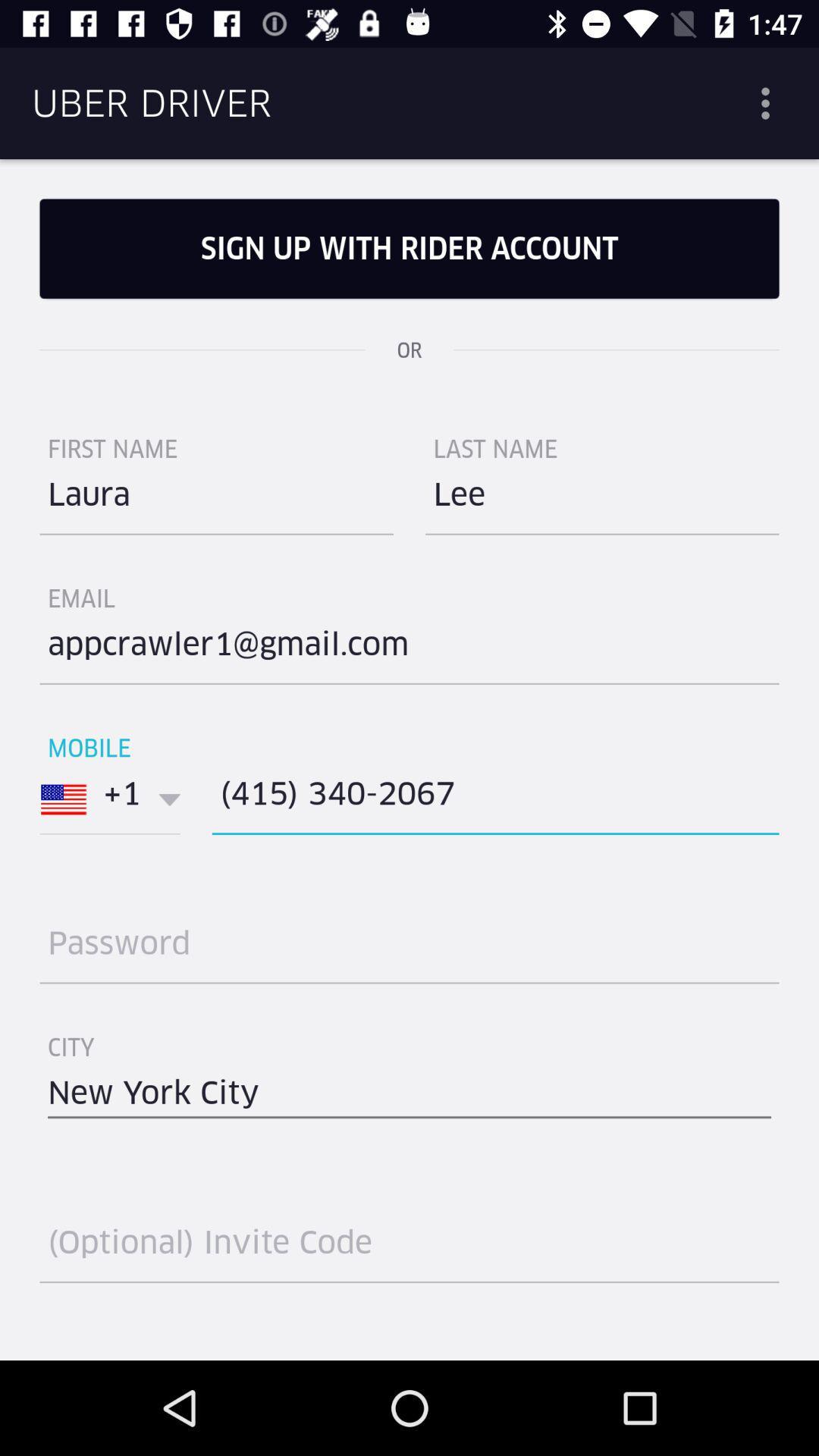 This screenshot has height=1456, width=819. Describe the element at coordinates (601, 500) in the screenshot. I see `icon above appcrawler1@gmail.com item` at that location.